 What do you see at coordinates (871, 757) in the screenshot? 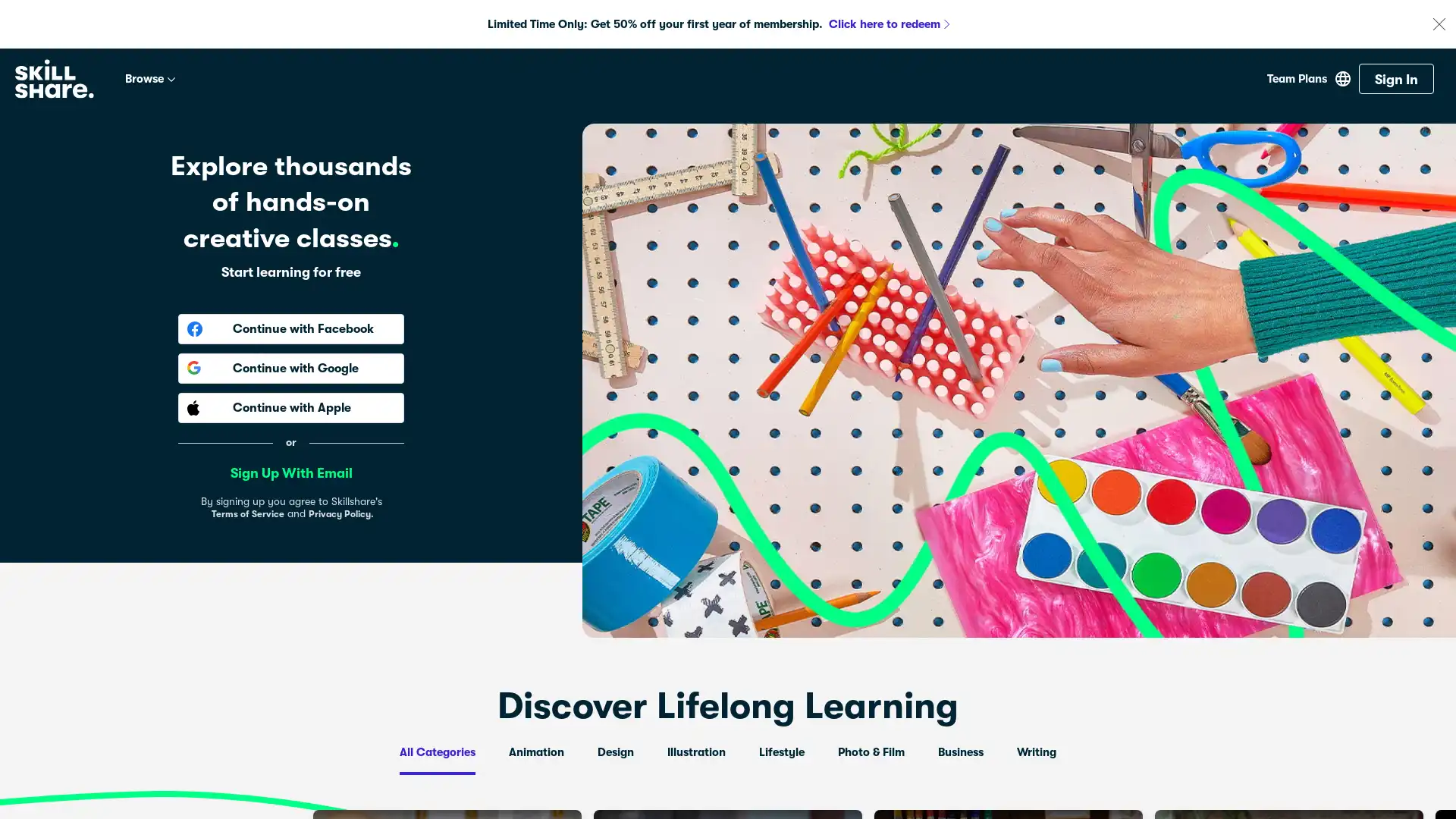
I see `Photo & Film` at bounding box center [871, 757].